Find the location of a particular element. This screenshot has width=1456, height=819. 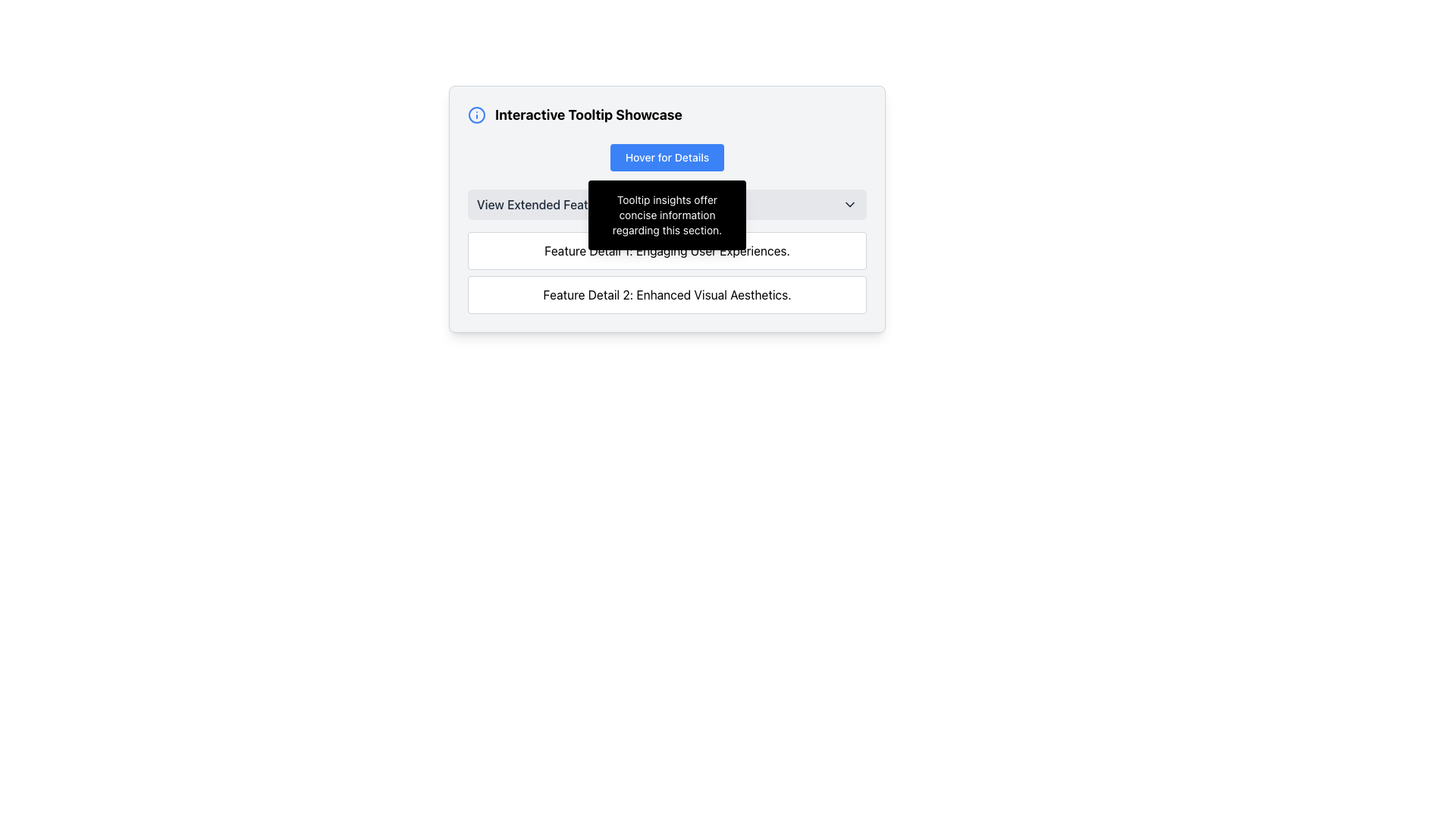

the heading element labeled 'Interactive Tooltip Showcase' that contains a blue information icon and is styled with bold black font is located at coordinates (667, 114).